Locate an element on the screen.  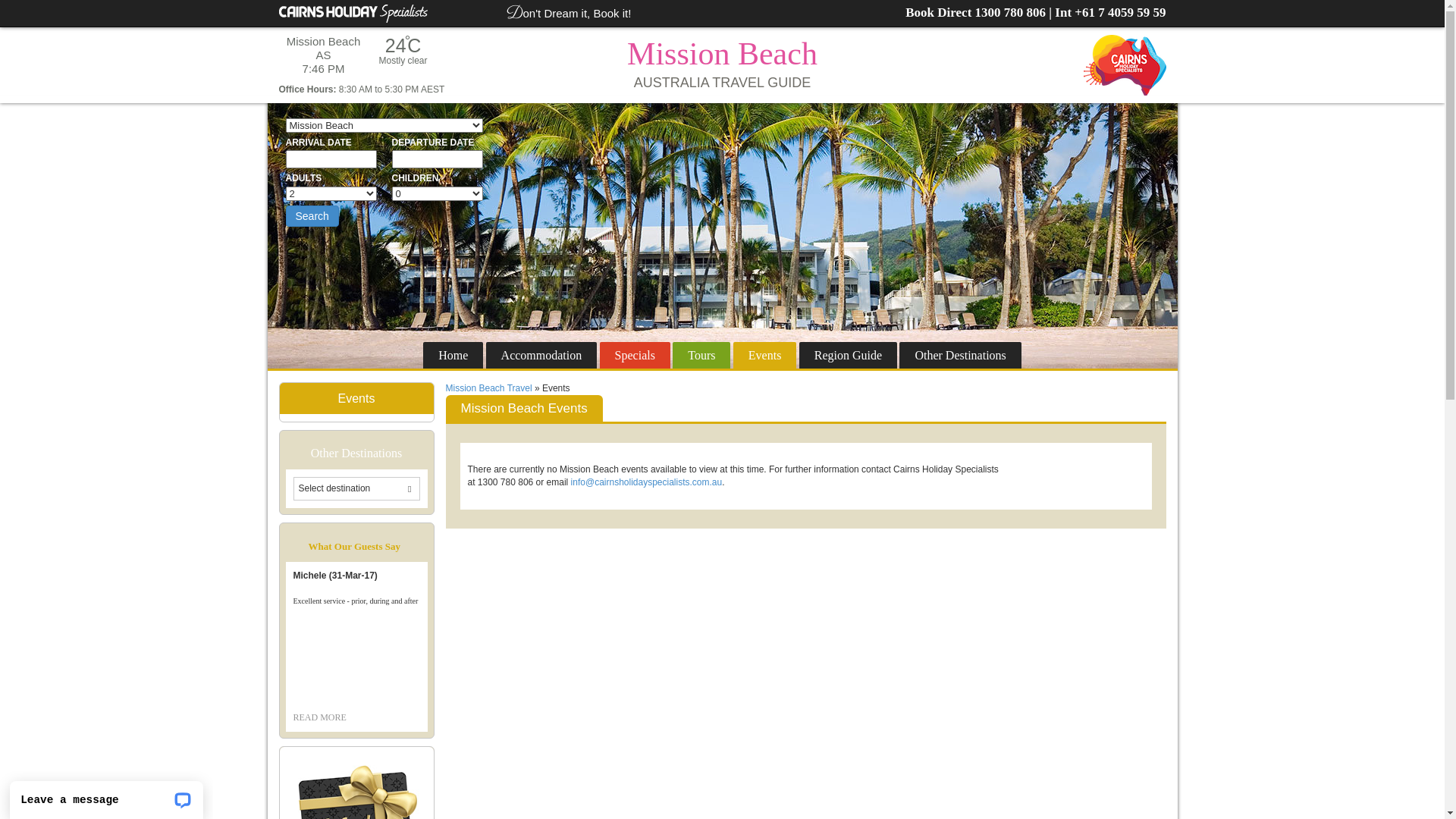
'Cairns Holiday Specialists' is located at coordinates (352, 14).